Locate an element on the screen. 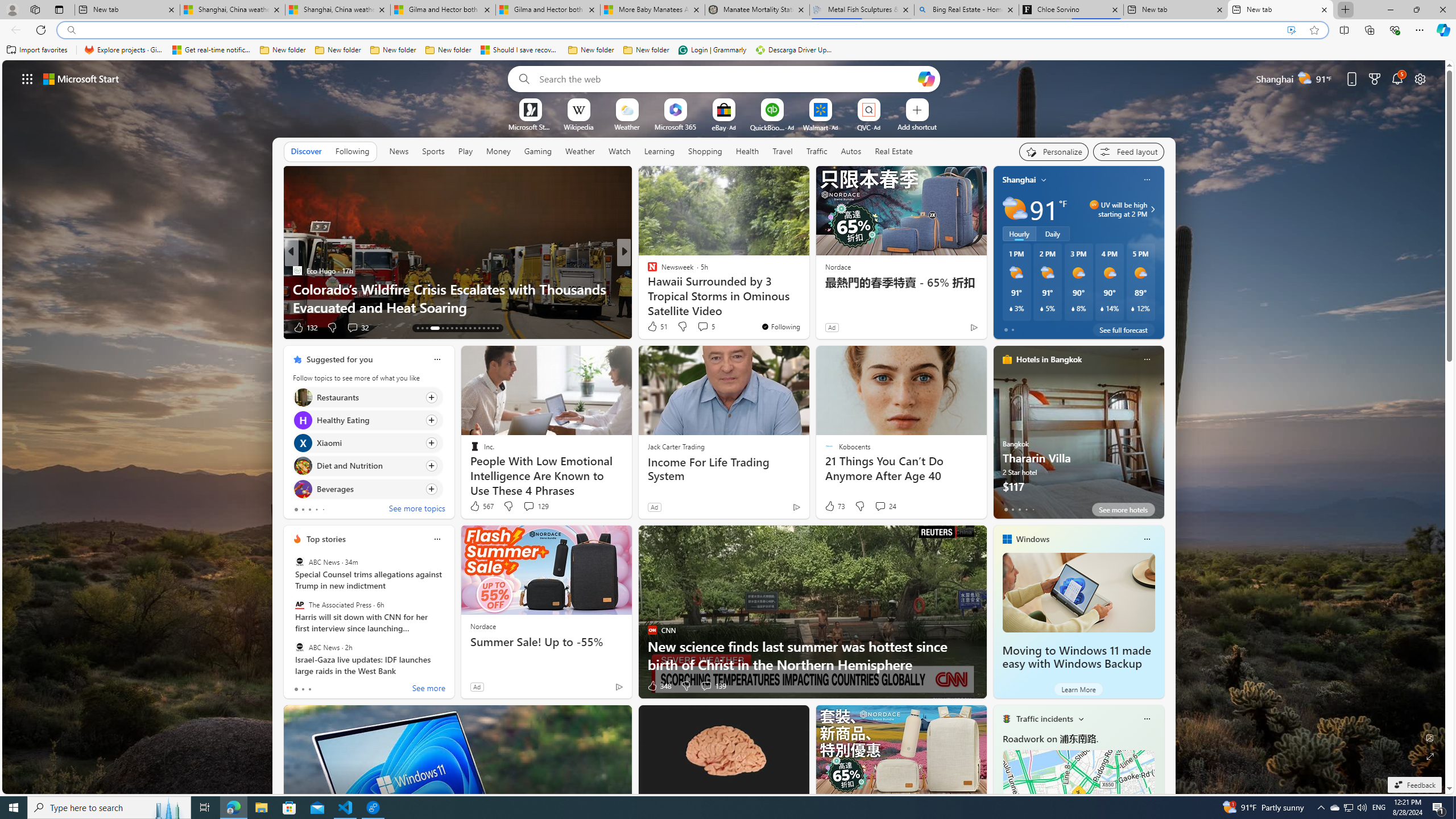 Image resolution: width=1456 pixels, height=819 pixels. 'You' is located at coordinates (949, 329).